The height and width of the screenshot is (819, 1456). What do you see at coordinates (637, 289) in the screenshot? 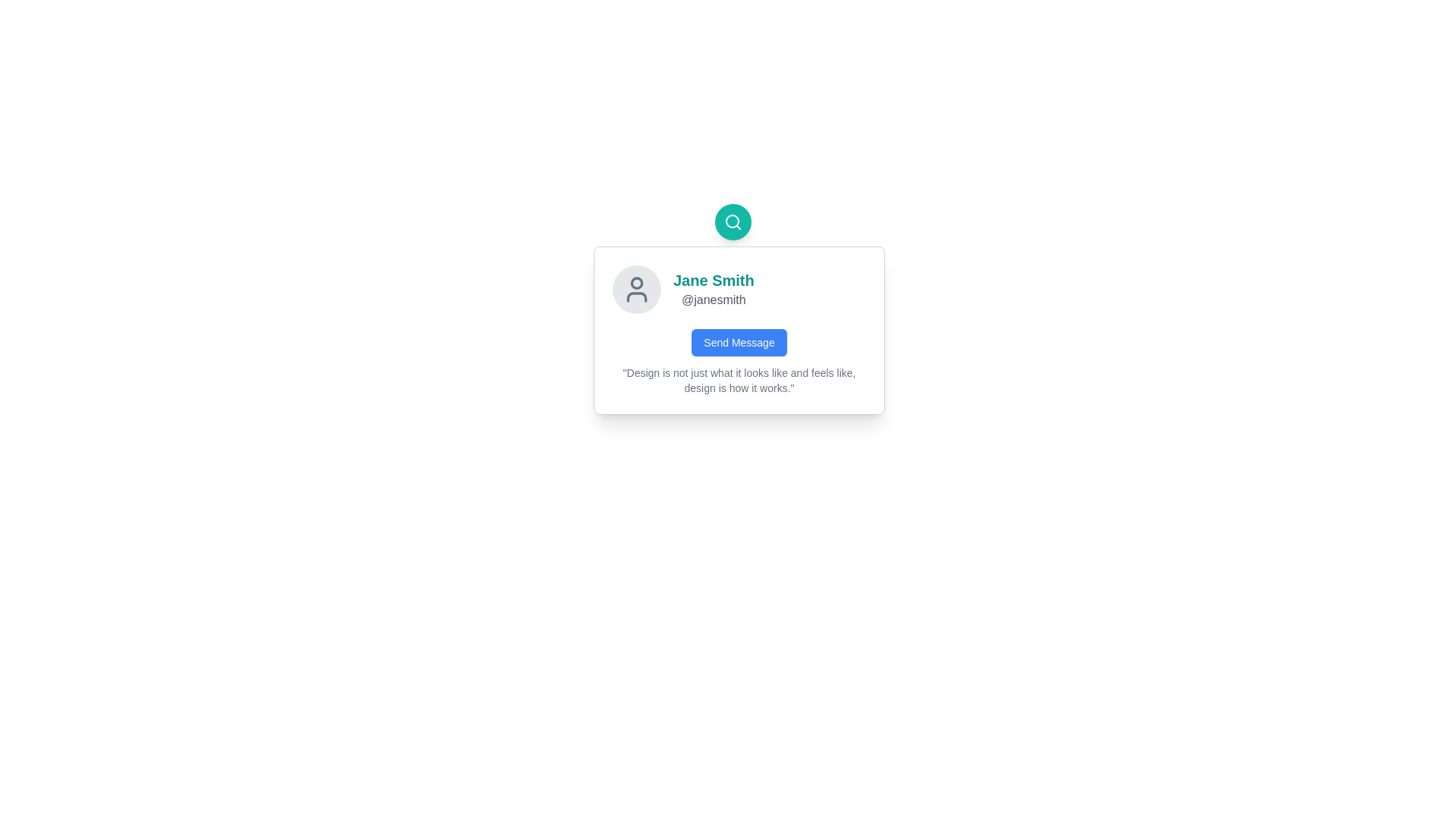
I see `the avatar icon representing the user profile for 'Jane Smith', which is a minimalistic gray human figure icon located at the top-left corner of the user profile card` at bounding box center [637, 289].